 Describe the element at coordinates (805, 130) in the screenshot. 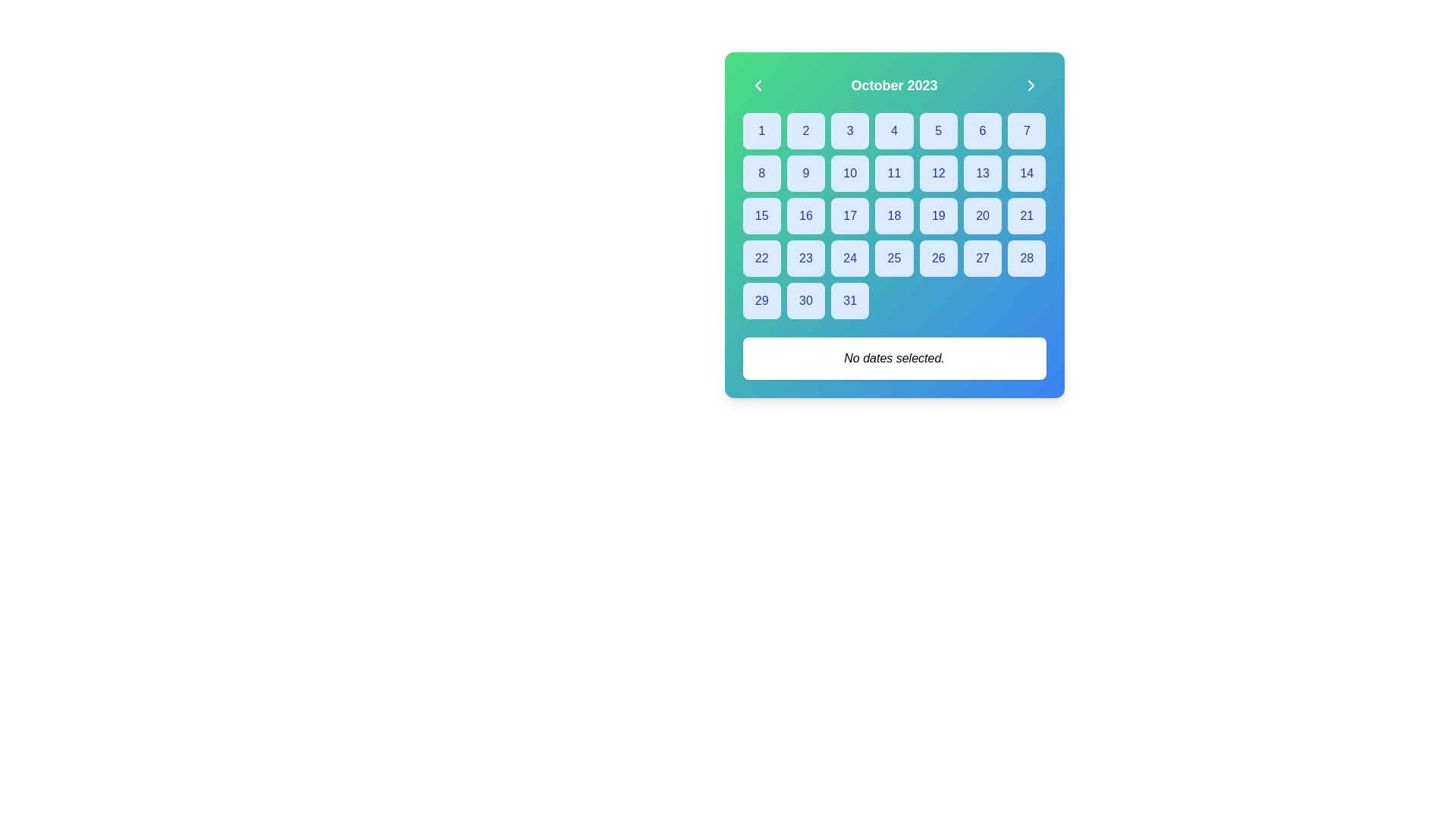

I see `the button displaying the number '2' in bold, which is the second item in the calendar-like grid layout for October 2023` at that location.